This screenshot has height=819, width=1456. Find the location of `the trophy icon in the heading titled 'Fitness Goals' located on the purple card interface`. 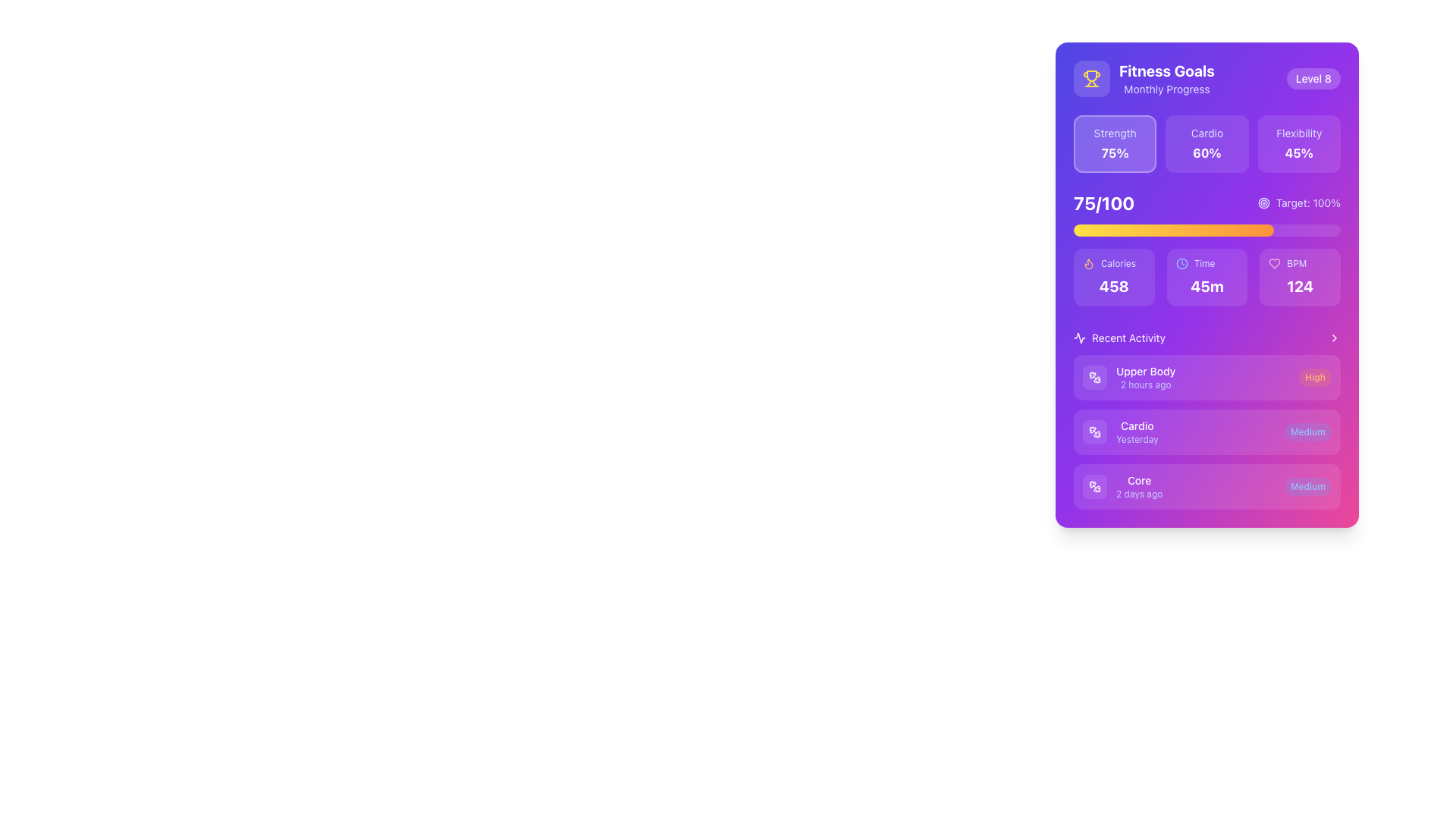

the trophy icon in the heading titled 'Fitness Goals' located on the purple card interface is located at coordinates (1144, 79).